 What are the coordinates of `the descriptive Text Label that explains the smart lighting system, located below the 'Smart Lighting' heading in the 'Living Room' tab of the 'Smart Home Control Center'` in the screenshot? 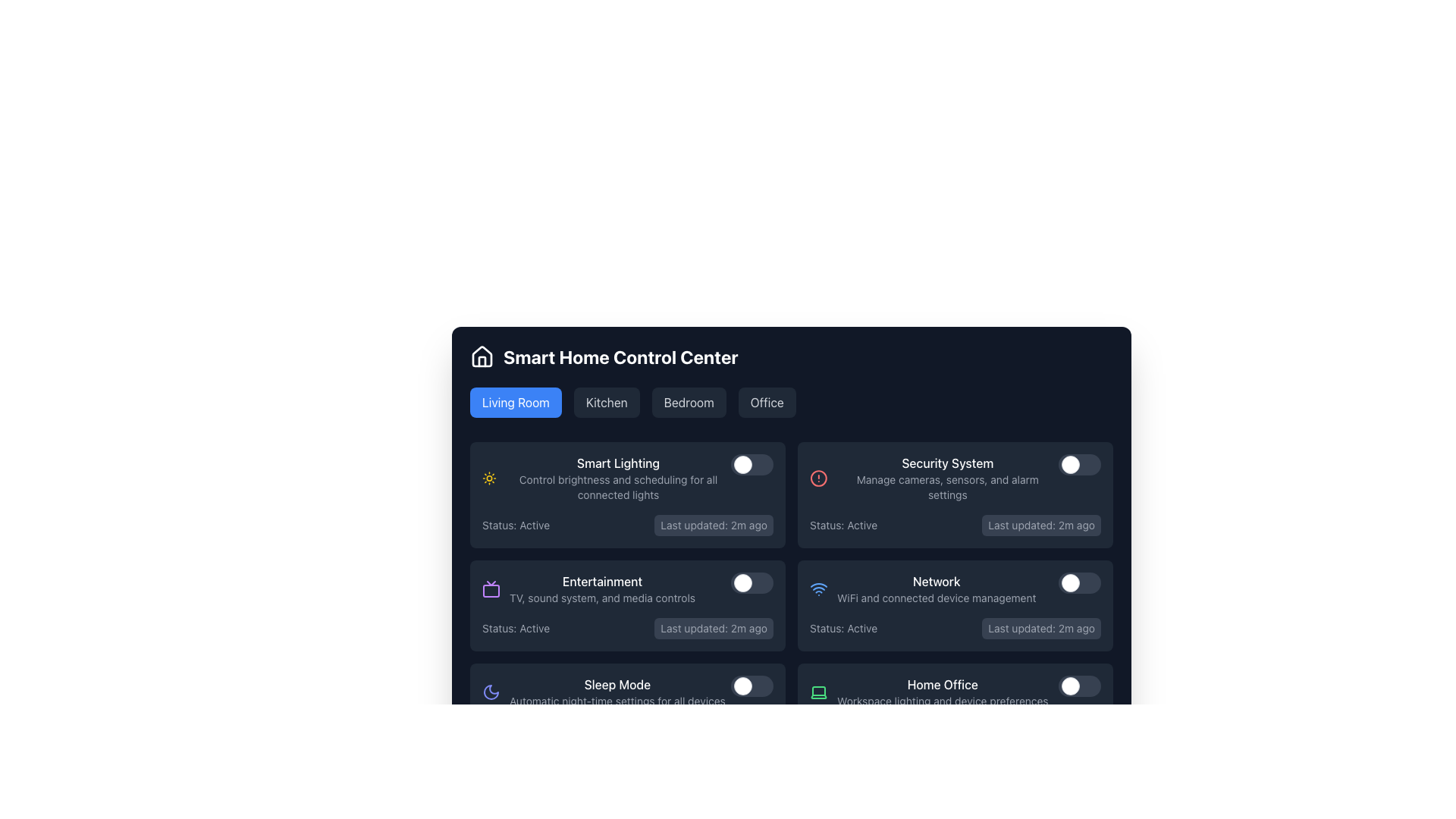 It's located at (618, 488).